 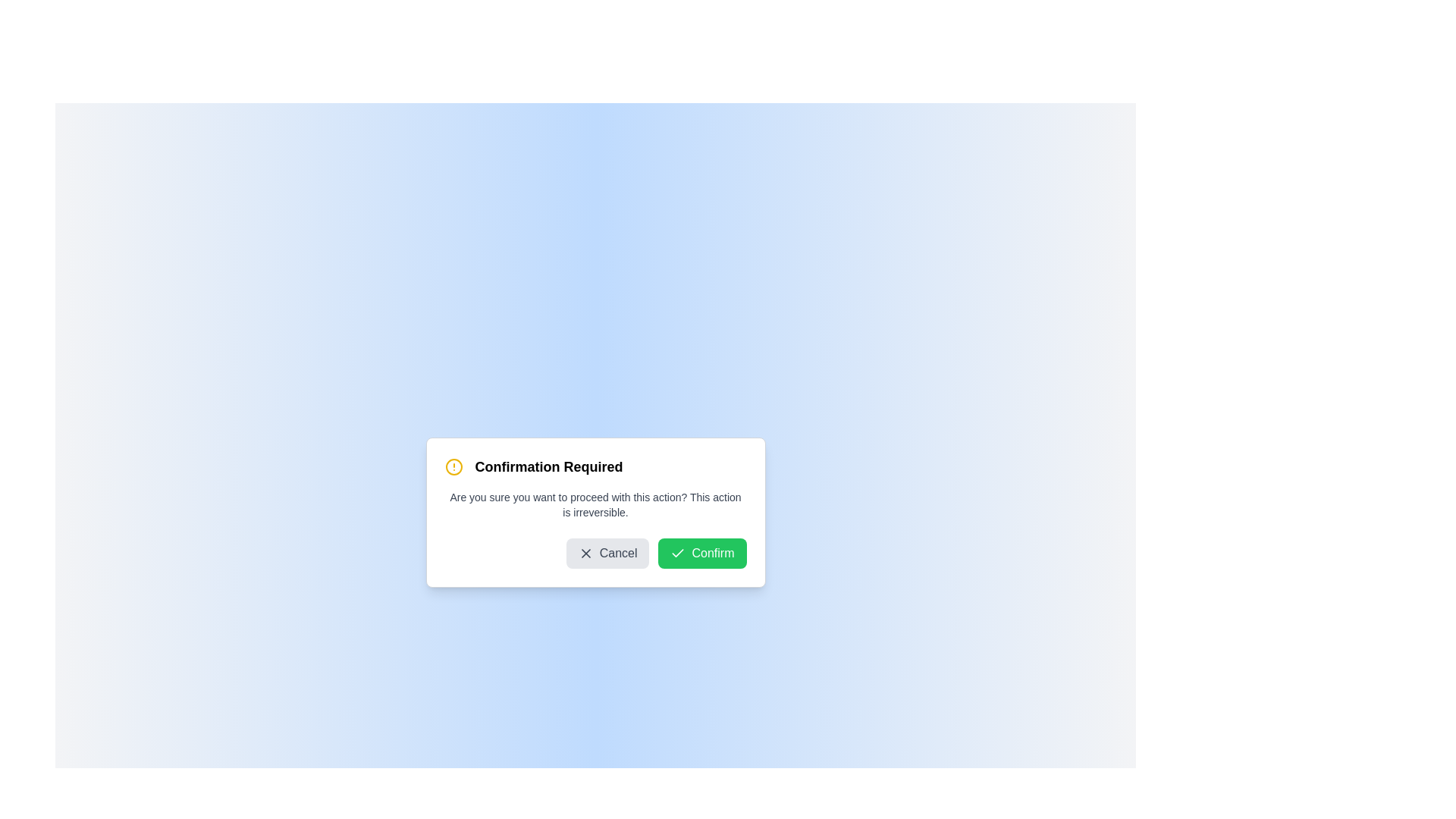 What do you see at coordinates (585, 553) in the screenshot?
I see `the cross icon located in the left section of the 'Cancel' button` at bounding box center [585, 553].